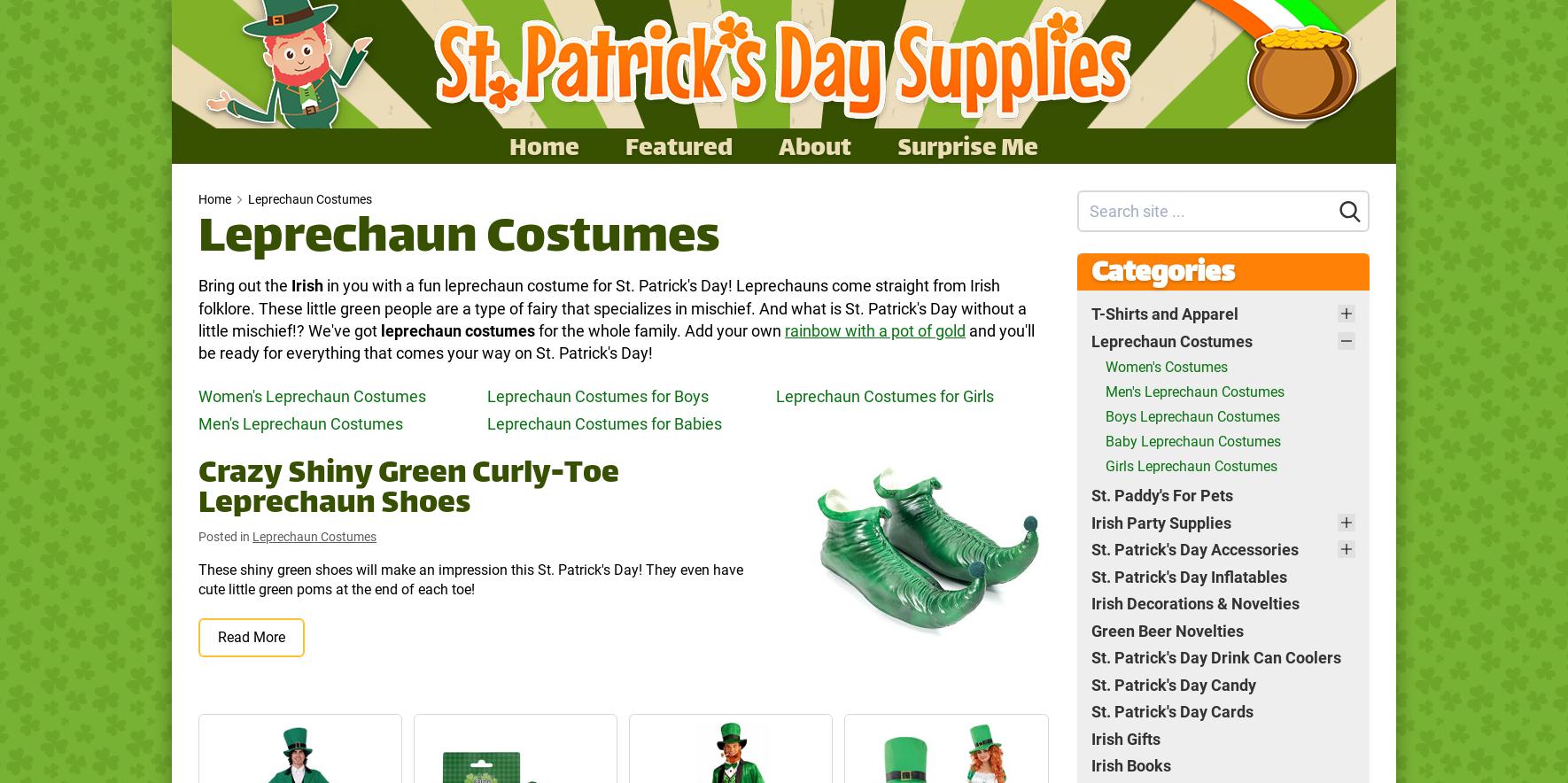 The width and height of the screenshot is (1568, 783). I want to click on 'St. Patrick's Day Accessories', so click(1194, 549).